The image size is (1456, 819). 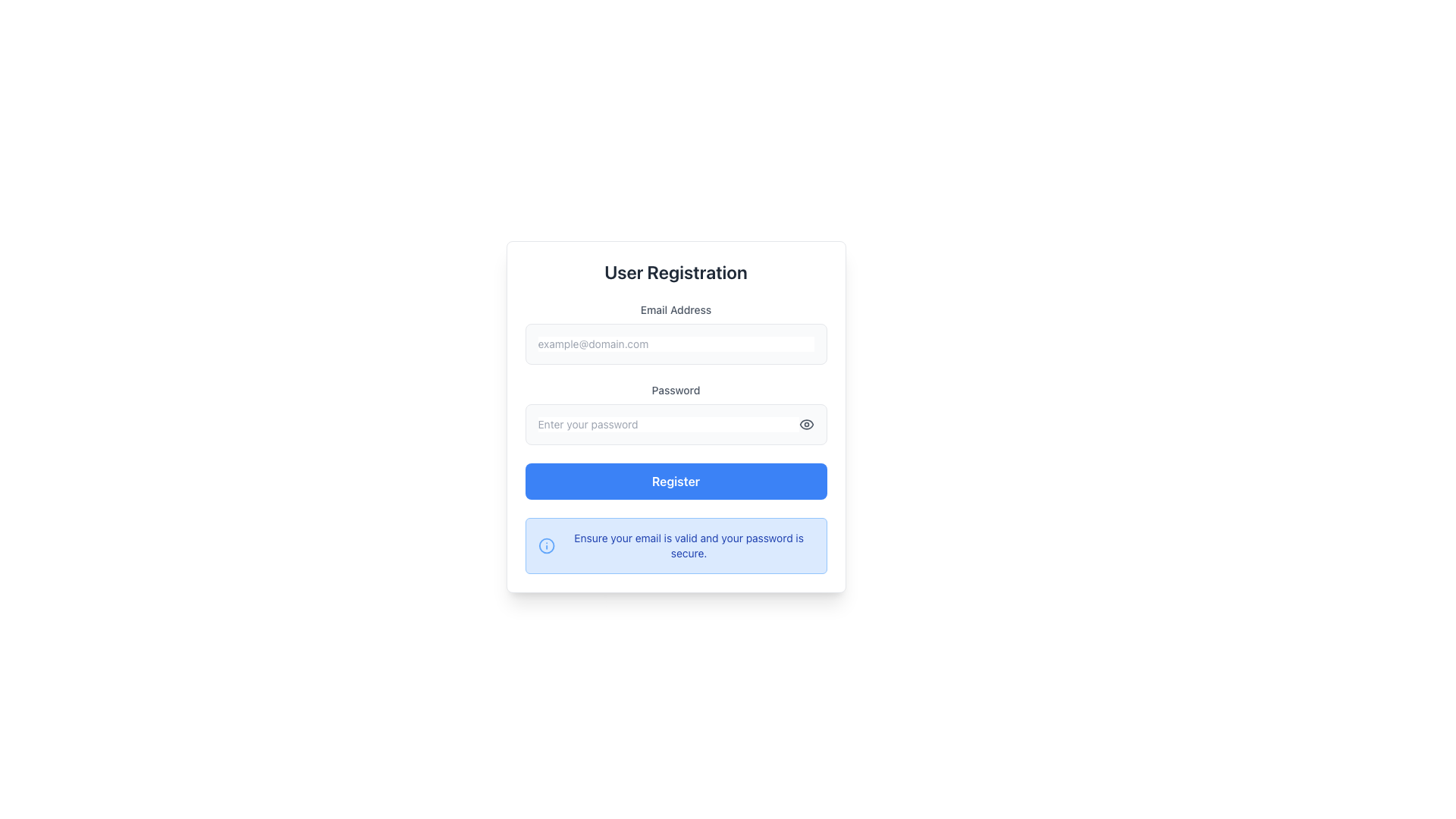 What do you see at coordinates (805, 424) in the screenshot?
I see `the button located at the far right of the password input field` at bounding box center [805, 424].